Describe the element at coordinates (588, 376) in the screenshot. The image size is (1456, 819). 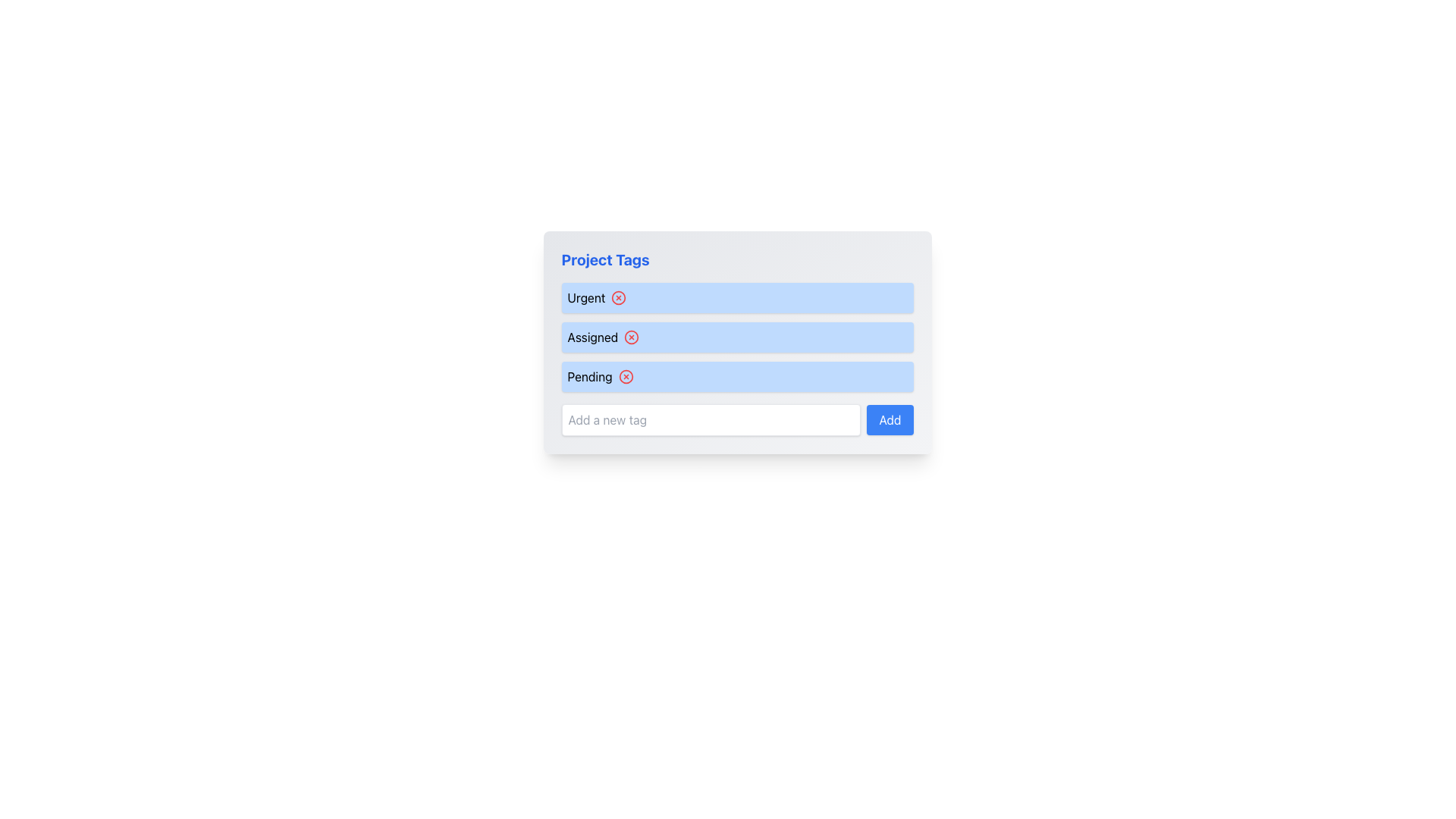
I see `the 'Pending' status label located in the 'Project Tags' section, which is the third tag in a vertical list` at that location.